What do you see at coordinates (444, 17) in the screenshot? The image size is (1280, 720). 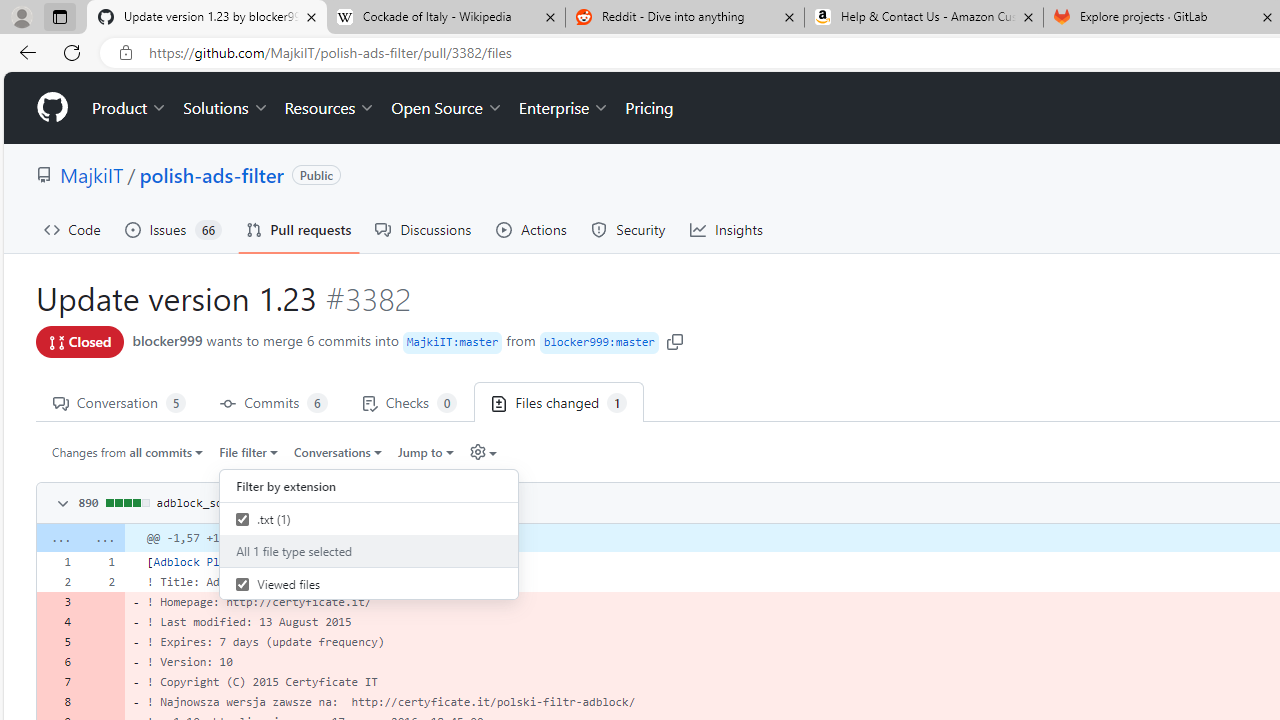 I see `'Cockade of Italy - Wikipedia'` at bounding box center [444, 17].